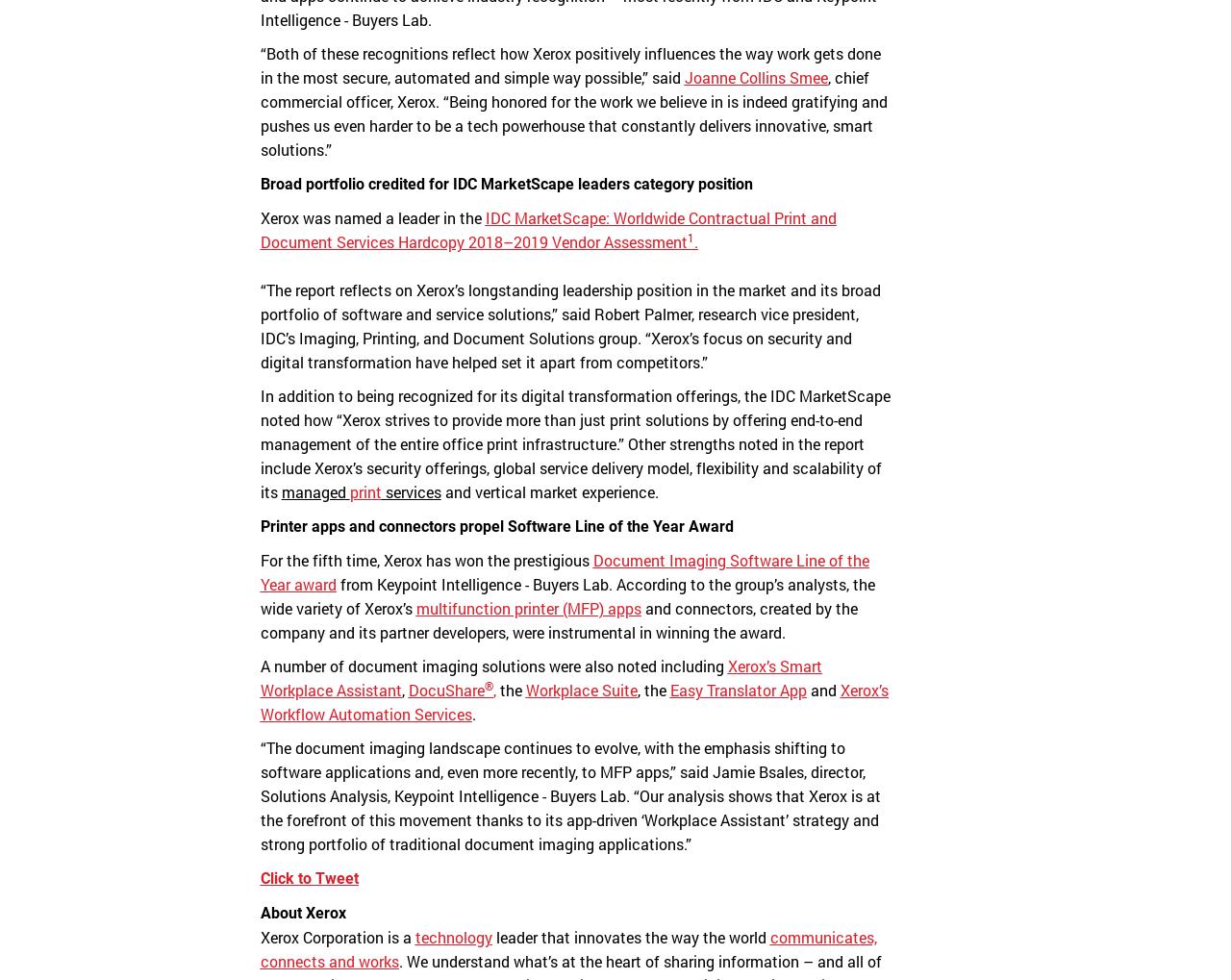 The width and height of the screenshot is (1231, 980). What do you see at coordinates (381, 491) in the screenshot?
I see `'services'` at bounding box center [381, 491].